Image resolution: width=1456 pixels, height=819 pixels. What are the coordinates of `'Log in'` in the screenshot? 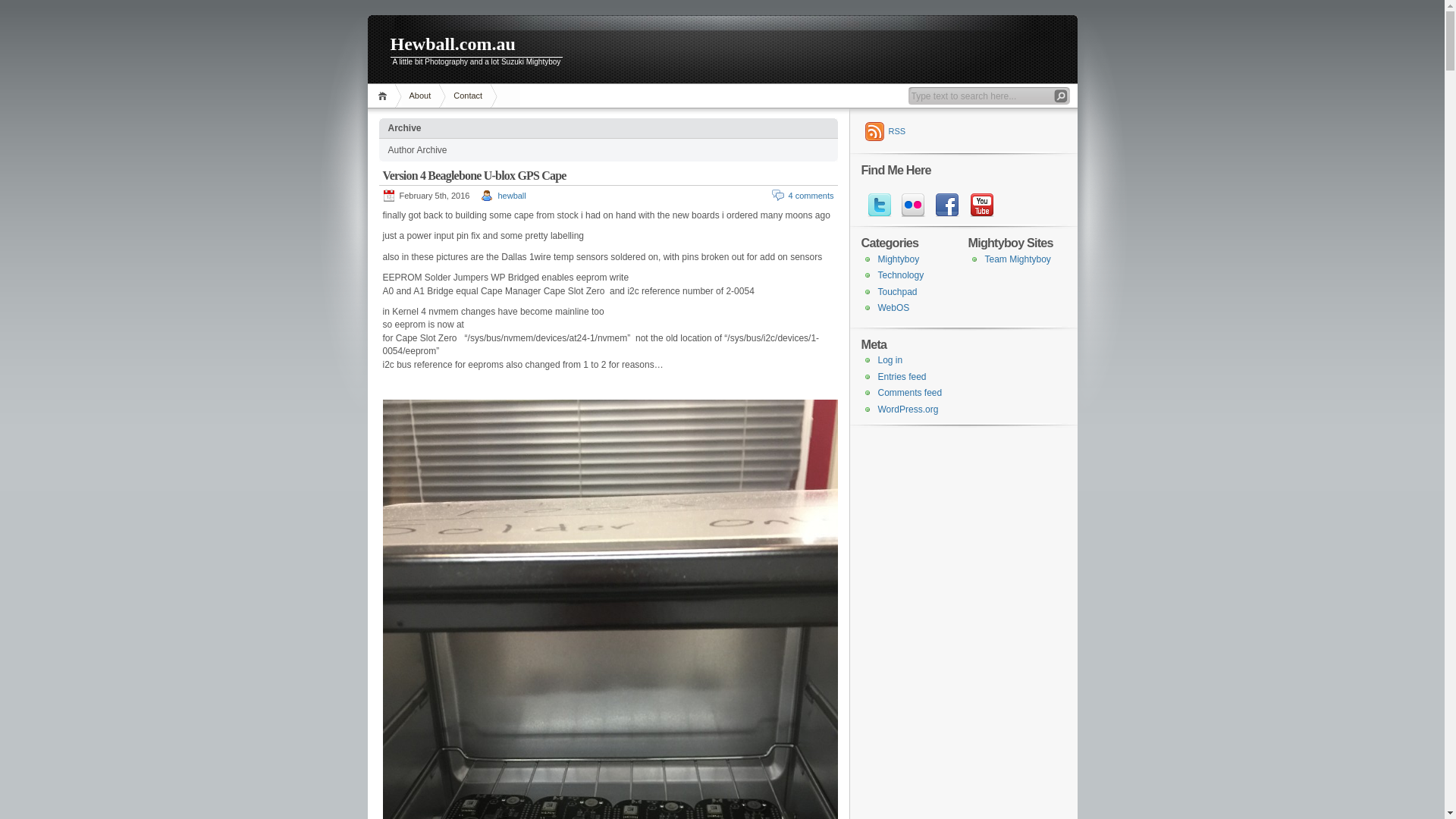 It's located at (890, 359).